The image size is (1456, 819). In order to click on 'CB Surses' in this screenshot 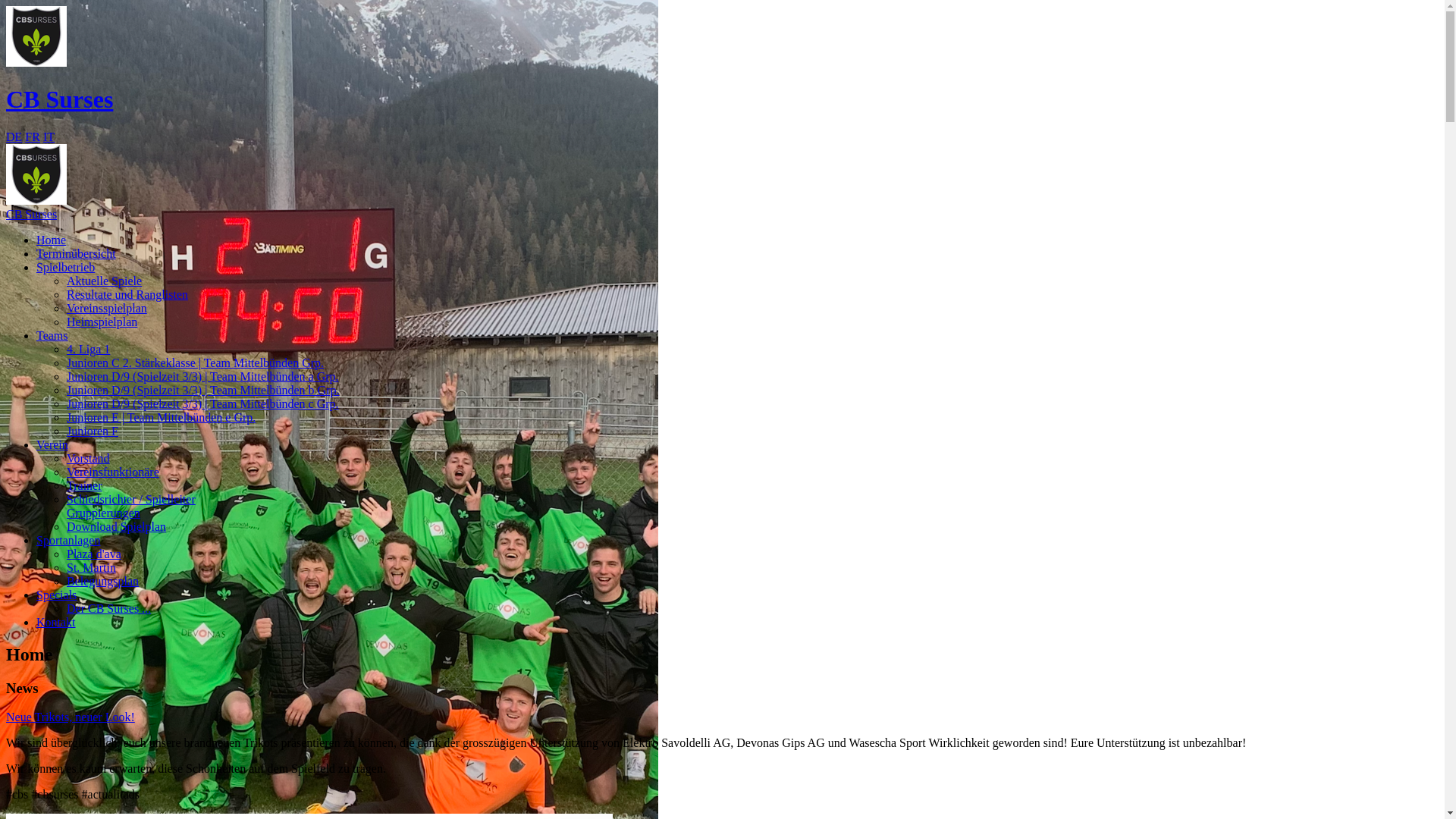, I will do `click(721, 221)`.